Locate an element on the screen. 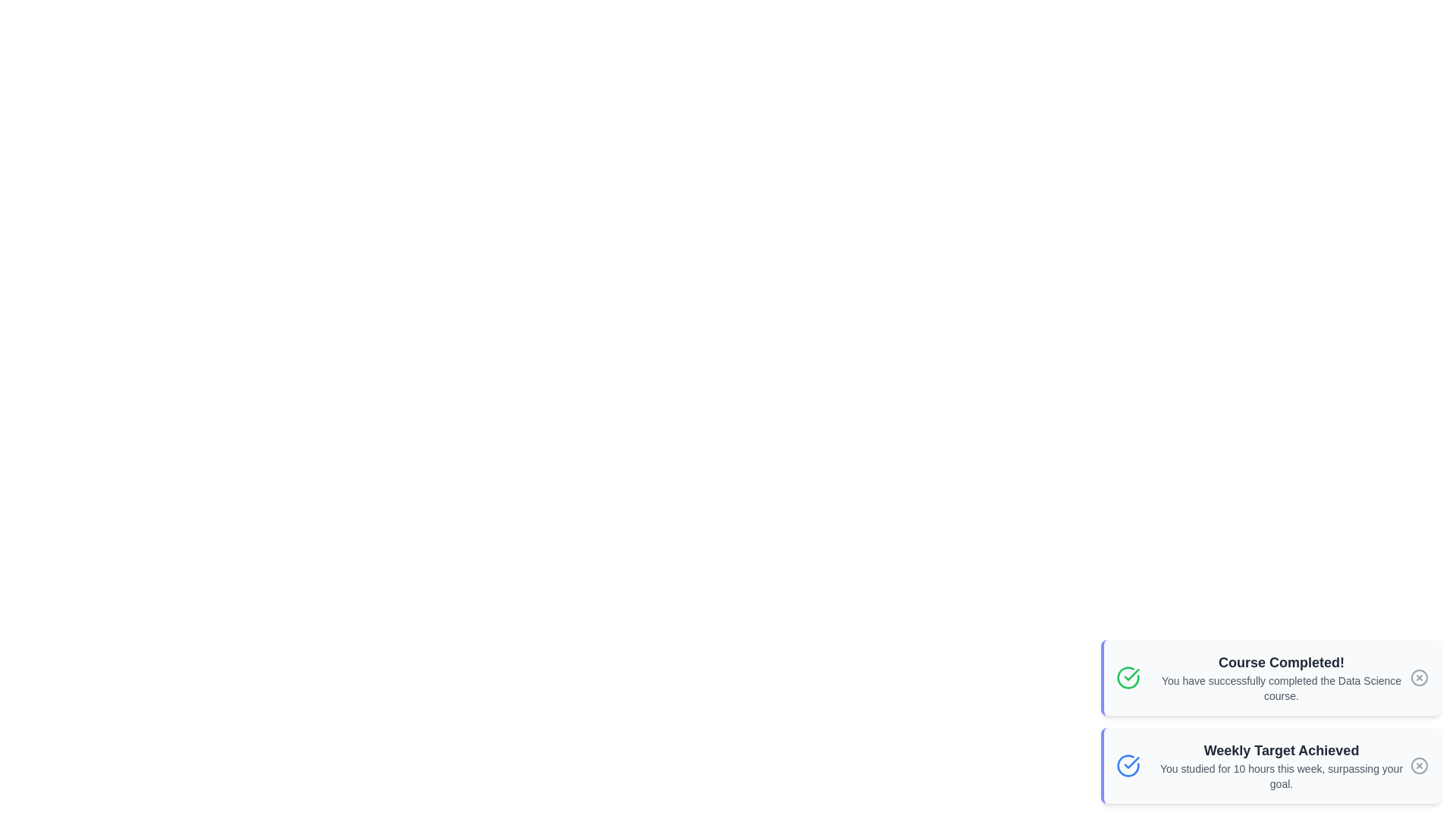 The width and height of the screenshot is (1456, 819). the notification titled 'Course Completed!' to read its details is located at coordinates (1270, 677).